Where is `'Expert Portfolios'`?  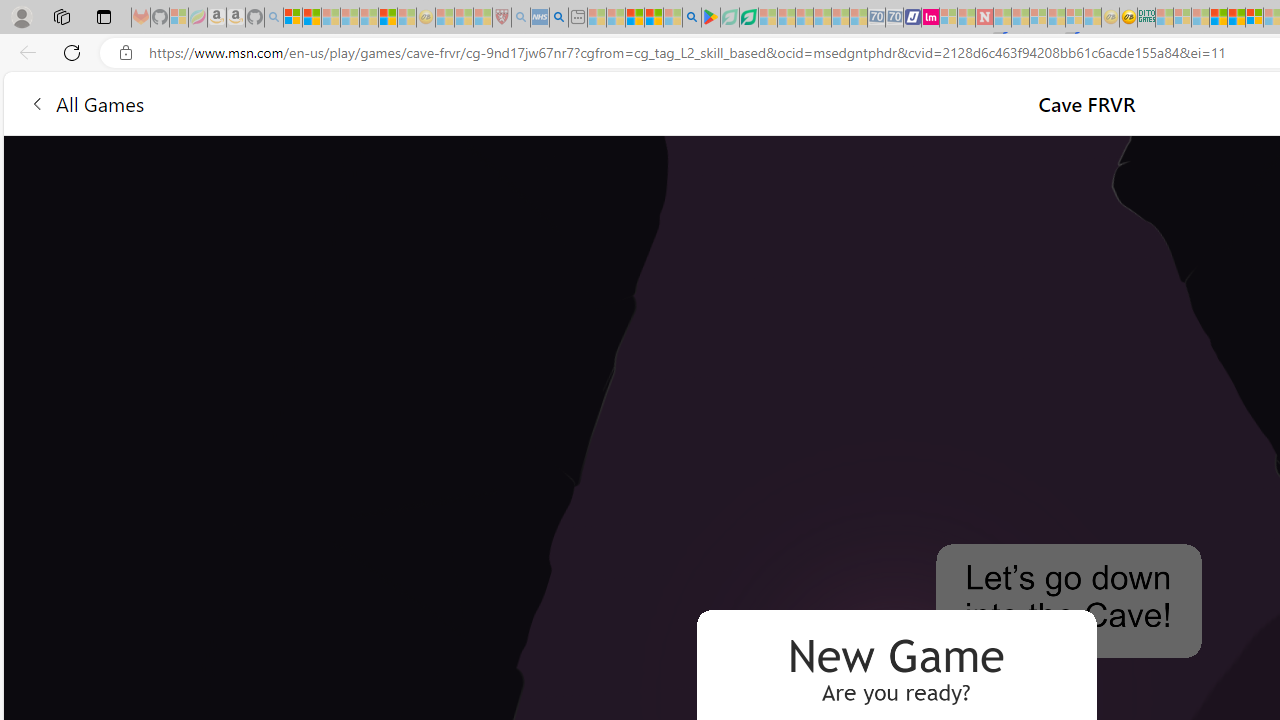
'Expert Portfolios' is located at coordinates (1217, 17).